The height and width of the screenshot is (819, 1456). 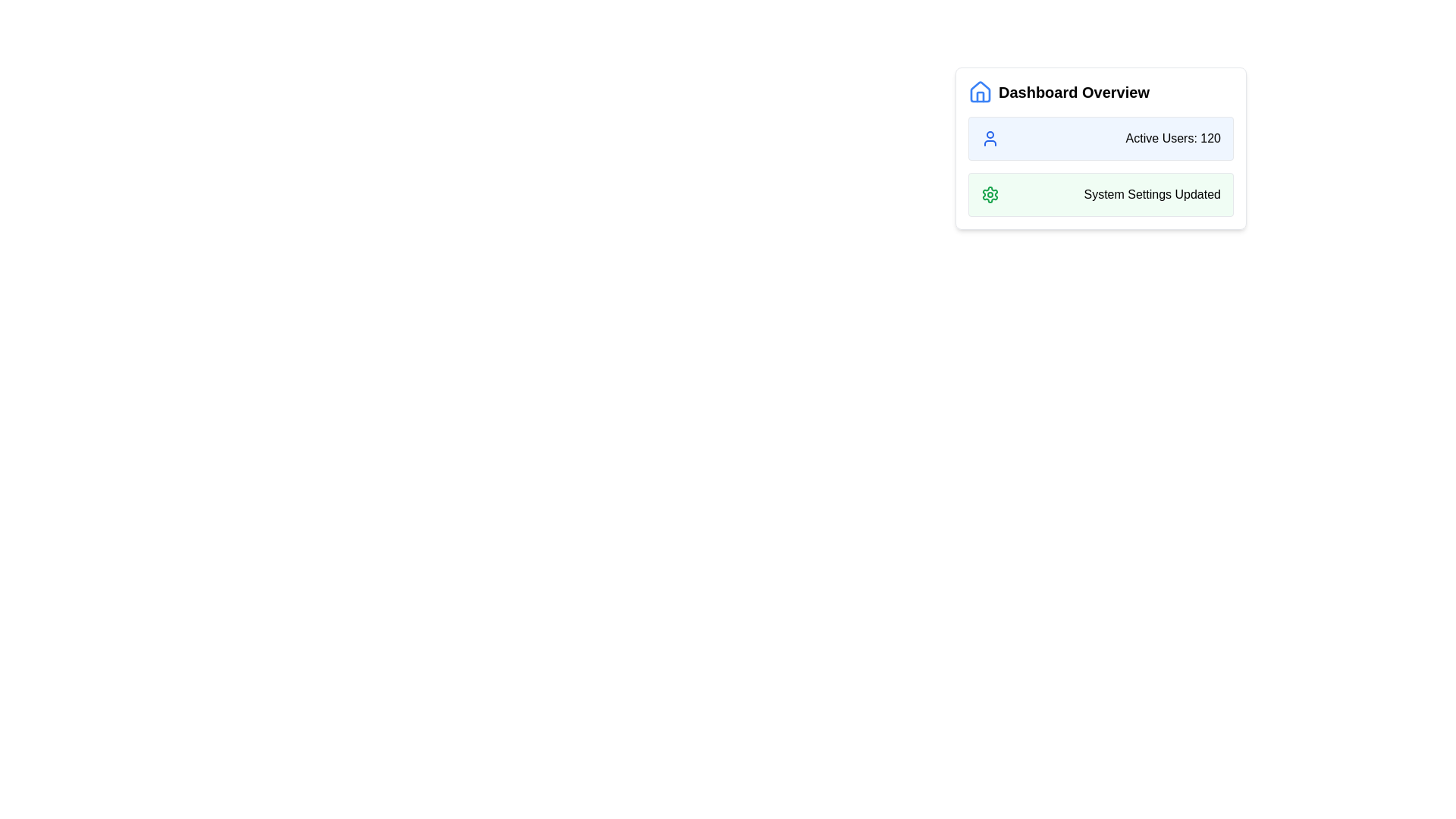 I want to click on the gear icon representing system settings located within the 'Dashboard Overview' card, positioned below the blue user icon, so click(x=990, y=194).